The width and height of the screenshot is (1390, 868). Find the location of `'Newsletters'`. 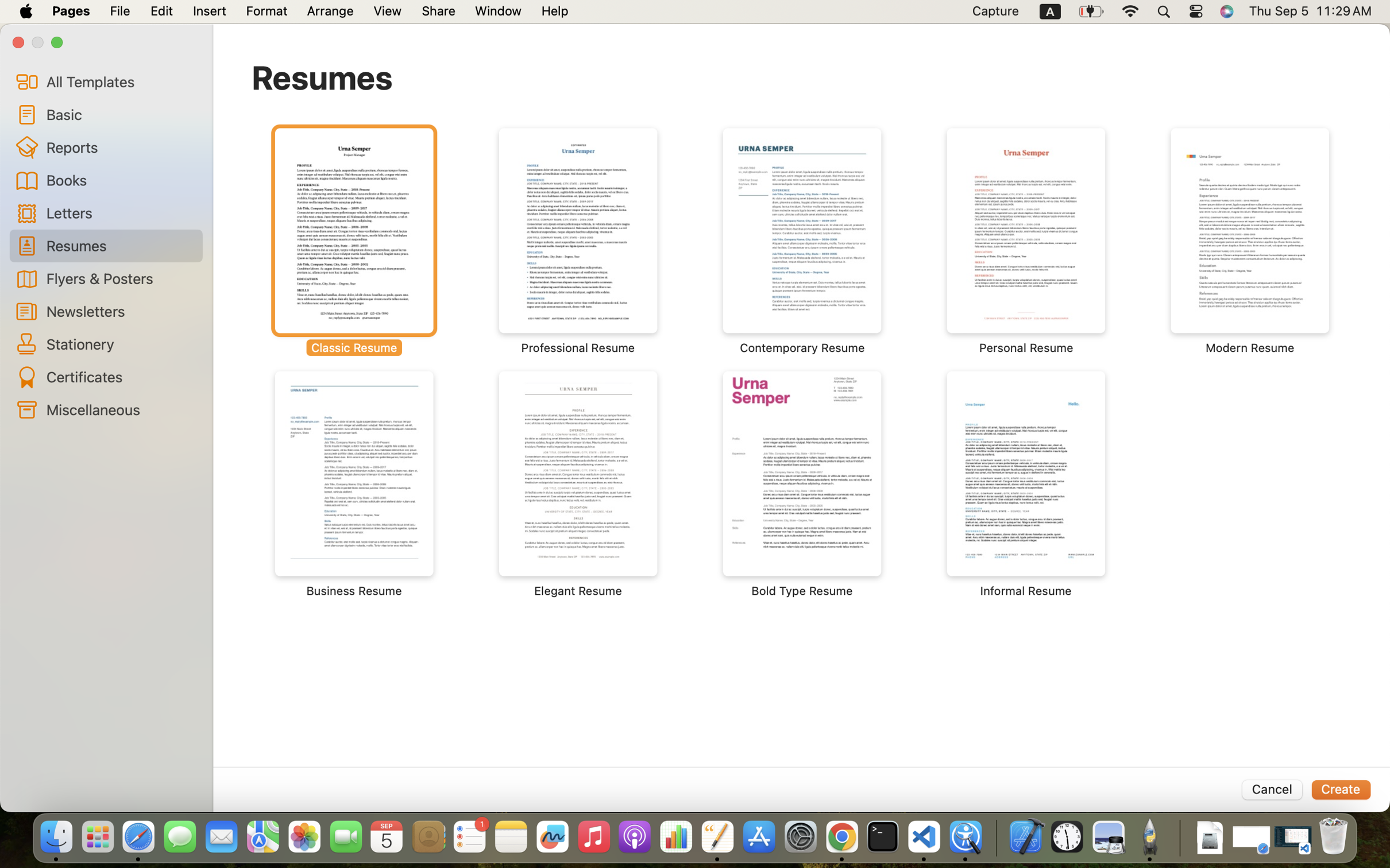

'Newsletters' is located at coordinates (119, 310).